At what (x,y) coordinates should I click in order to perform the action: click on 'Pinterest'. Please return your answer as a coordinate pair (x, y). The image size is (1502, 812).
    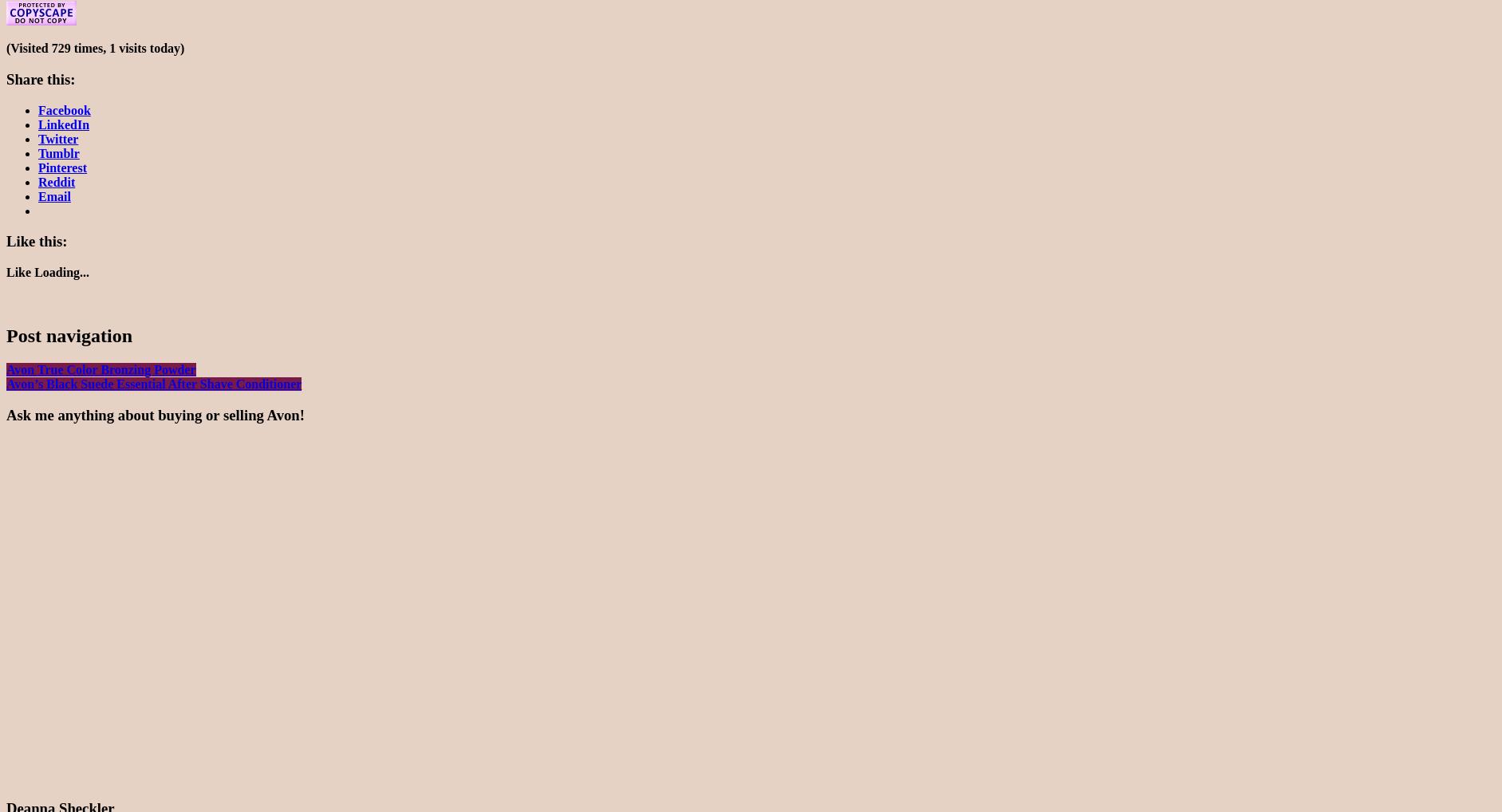
    Looking at the image, I should click on (61, 166).